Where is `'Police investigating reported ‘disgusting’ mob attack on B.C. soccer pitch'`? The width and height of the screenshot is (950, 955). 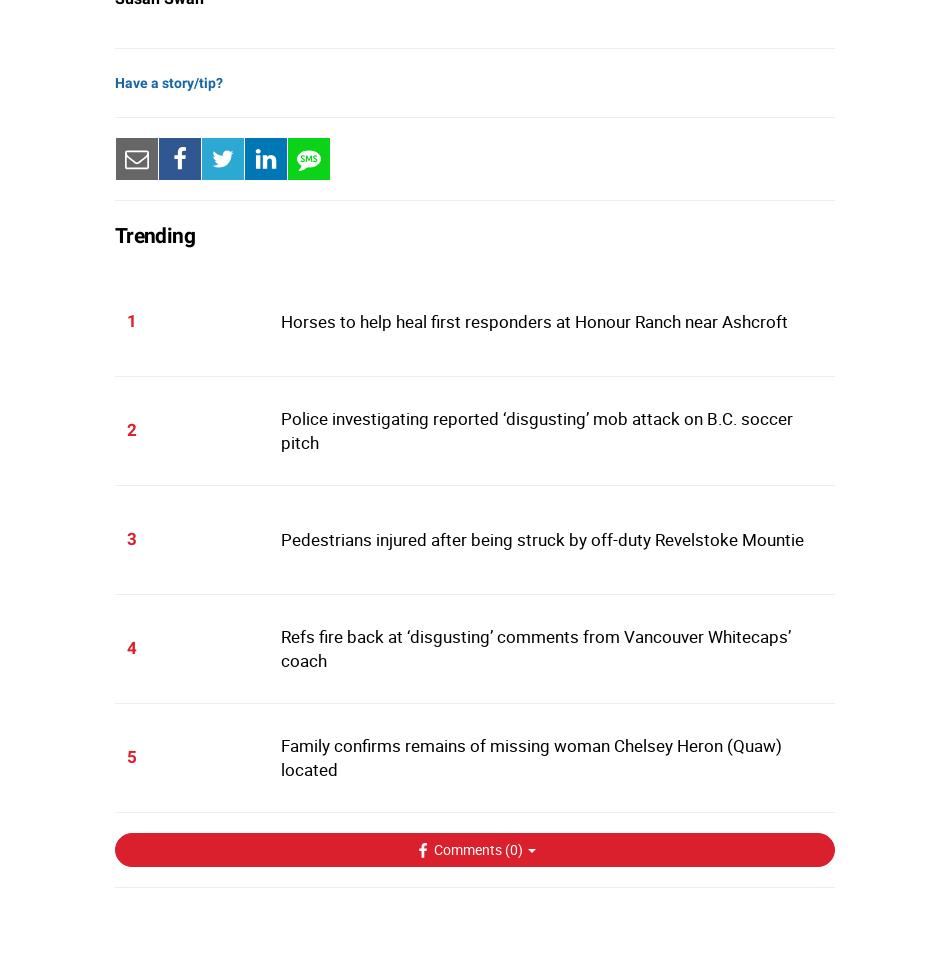
'Police investigating reported ‘disgusting’ mob attack on B.C. soccer pitch' is located at coordinates (278, 429).